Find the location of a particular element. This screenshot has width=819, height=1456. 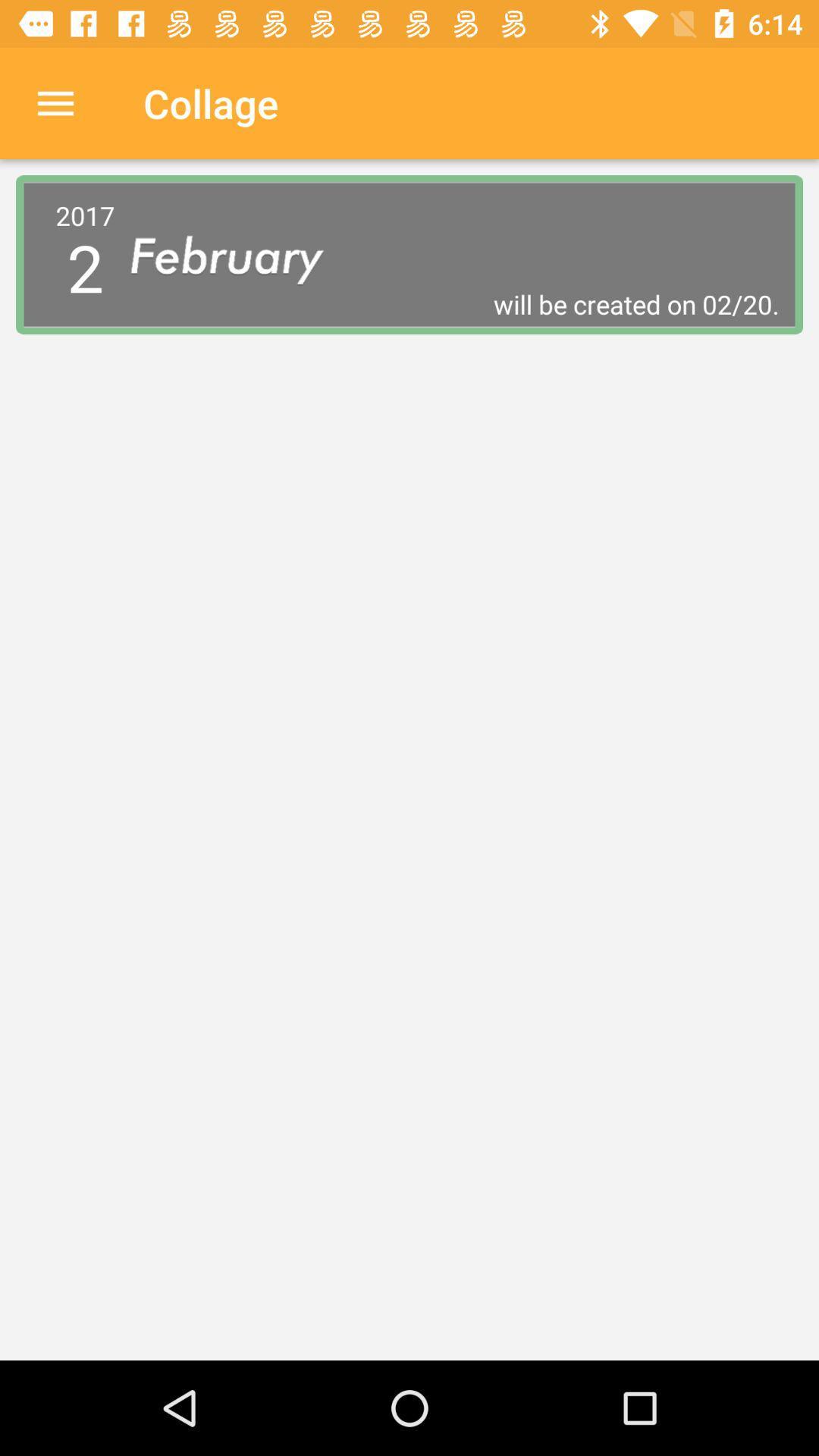

item above will be created icon is located at coordinates (239, 255).